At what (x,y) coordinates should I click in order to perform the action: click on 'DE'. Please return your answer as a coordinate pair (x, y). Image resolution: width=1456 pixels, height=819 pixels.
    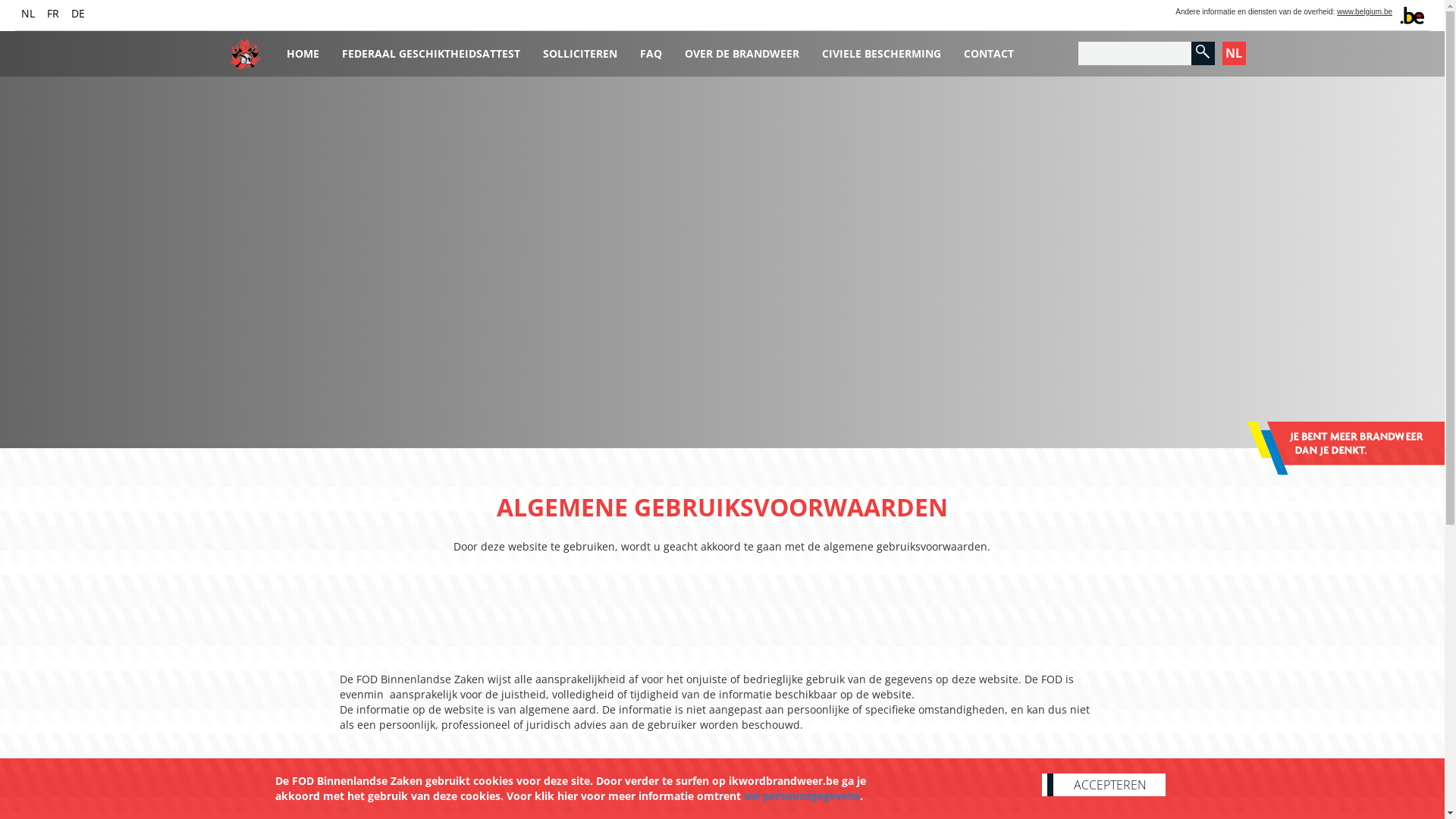
    Looking at the image, I should click on (71, 13).